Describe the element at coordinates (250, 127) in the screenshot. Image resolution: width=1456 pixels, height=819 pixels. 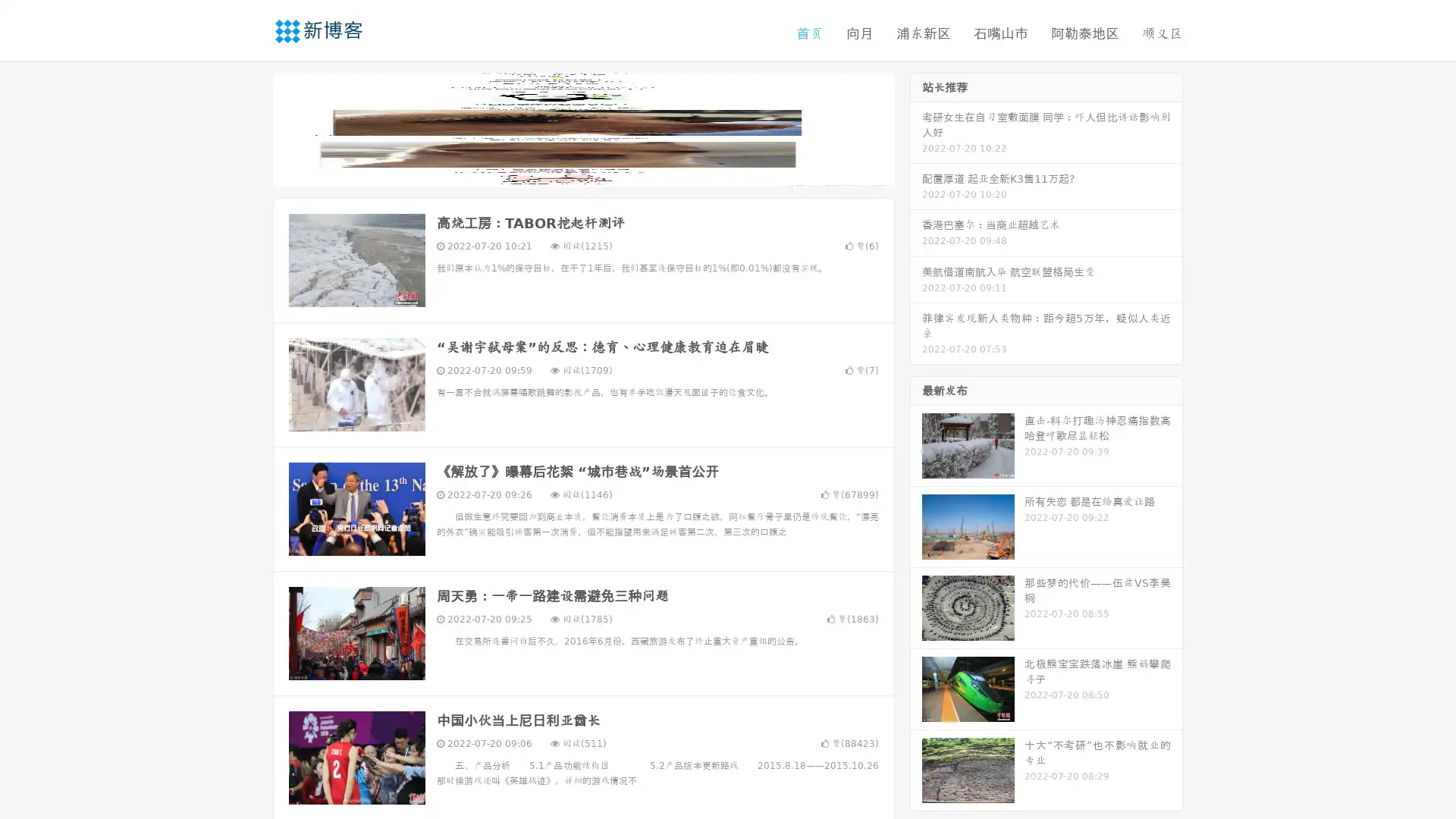
I see `Previous slide` at that location.